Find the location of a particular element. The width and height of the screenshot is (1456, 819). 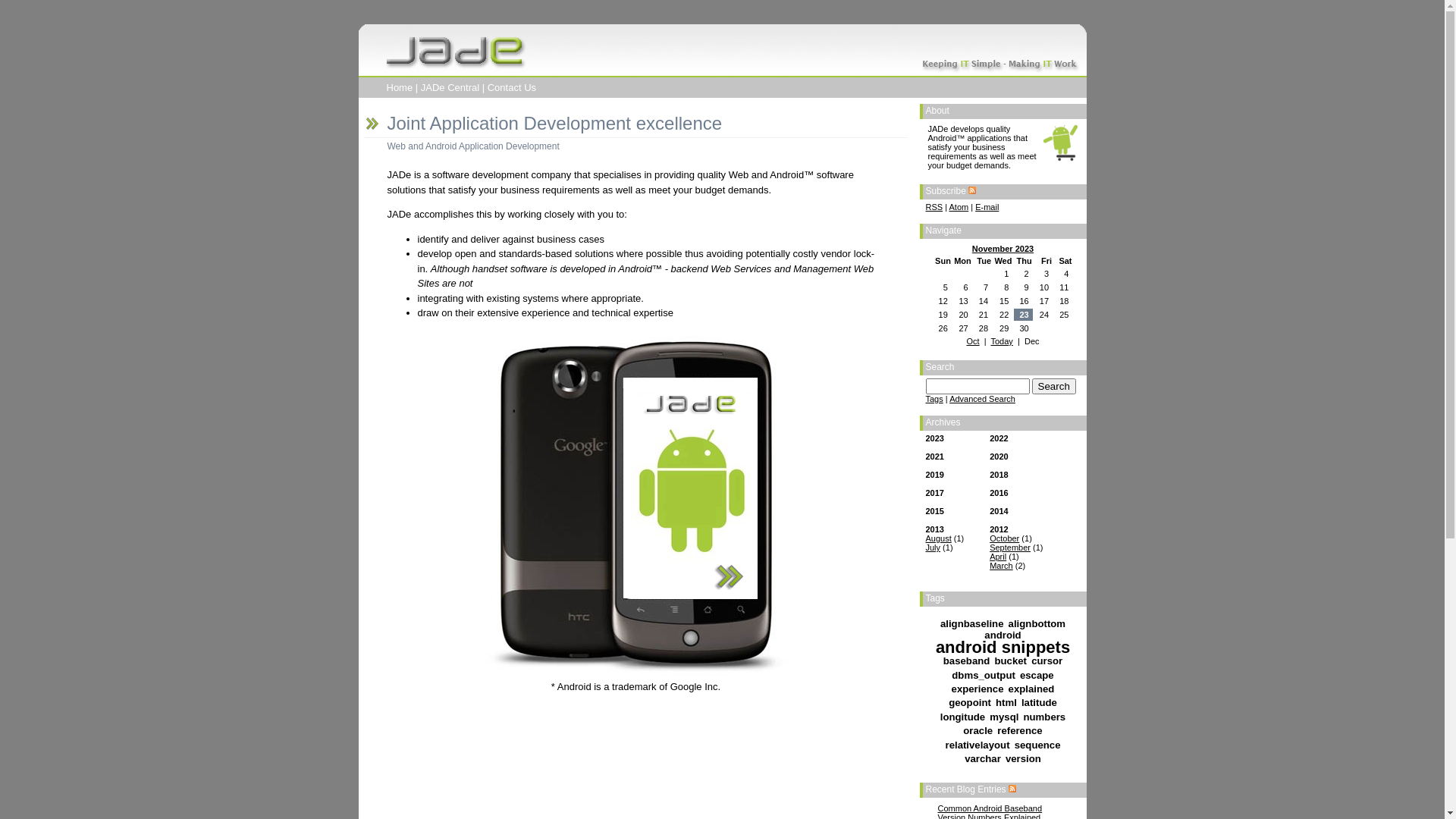

'sequence' is located at coordinates (1037, 744).